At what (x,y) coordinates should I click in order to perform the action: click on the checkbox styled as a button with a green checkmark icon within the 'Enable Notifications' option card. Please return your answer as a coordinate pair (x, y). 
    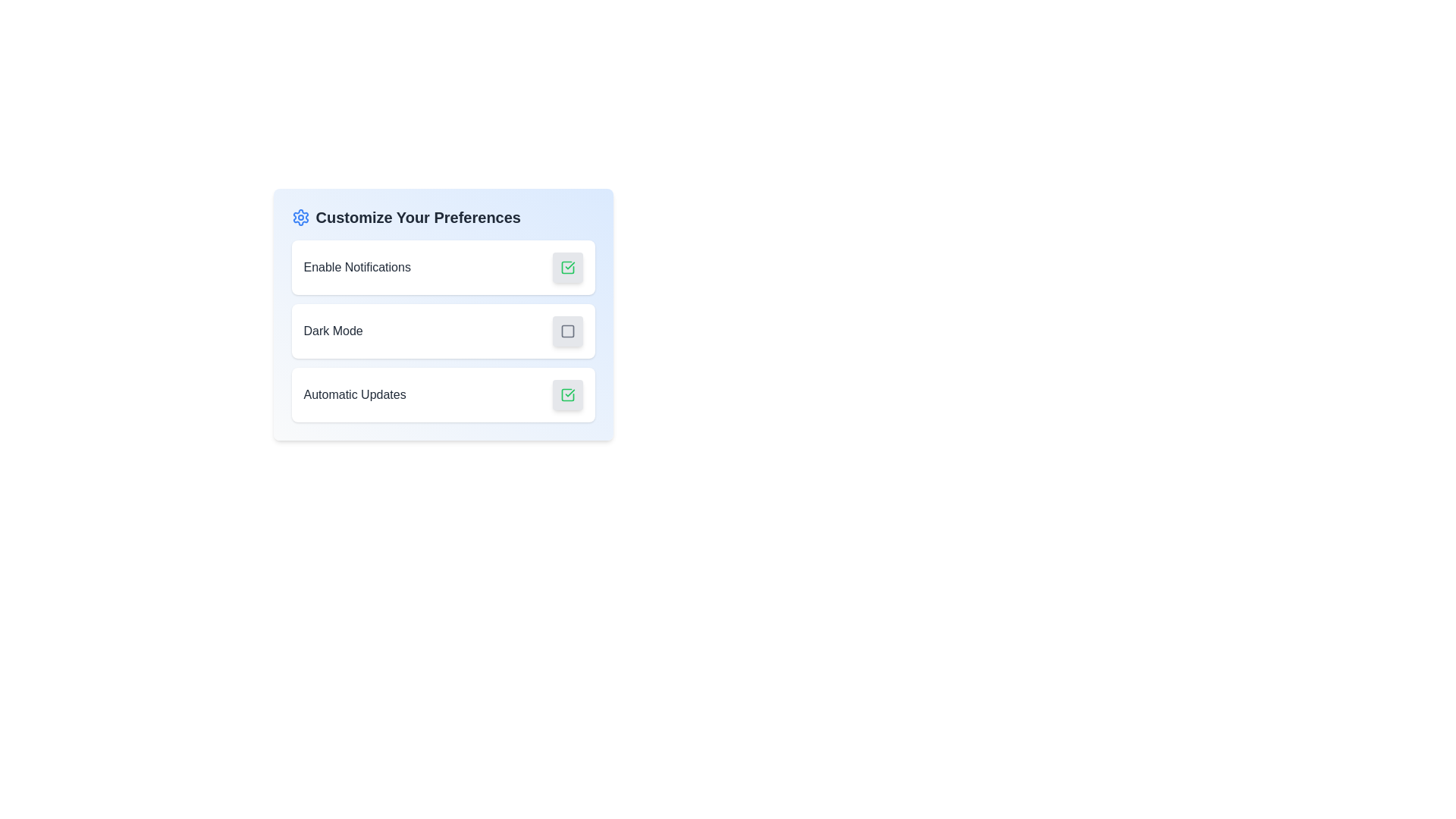
    Looking at the image, I should click on (566, 267).